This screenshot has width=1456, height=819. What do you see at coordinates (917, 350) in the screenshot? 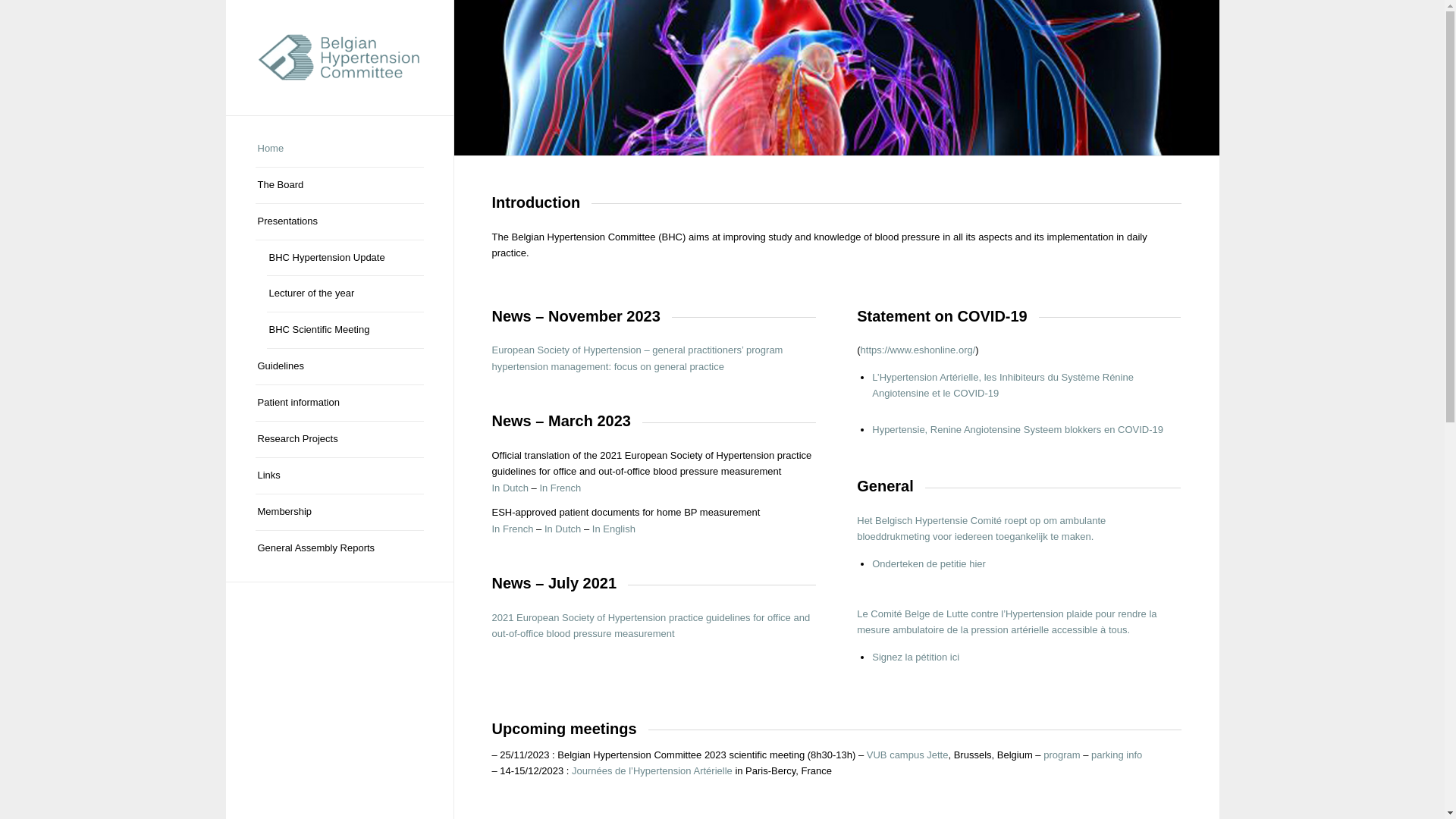
I see `'https://www.eshonline.org/'` at bounding box center [917, 350].